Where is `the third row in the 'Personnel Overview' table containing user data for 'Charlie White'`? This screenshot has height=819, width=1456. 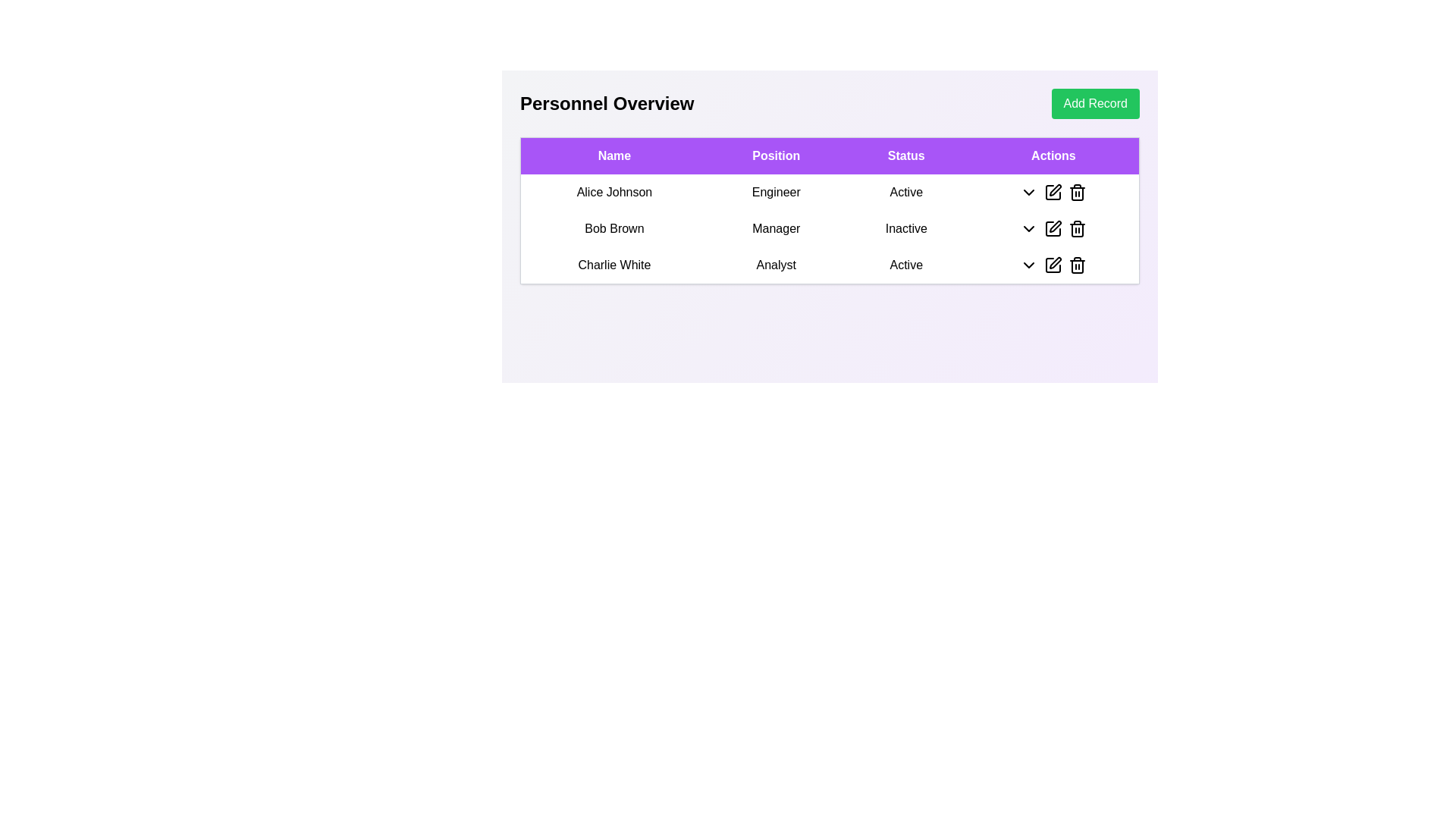 the third row in the 'Personnel Overview' table containing user data for 'Charlie White' is located at coordinates (829, 265).